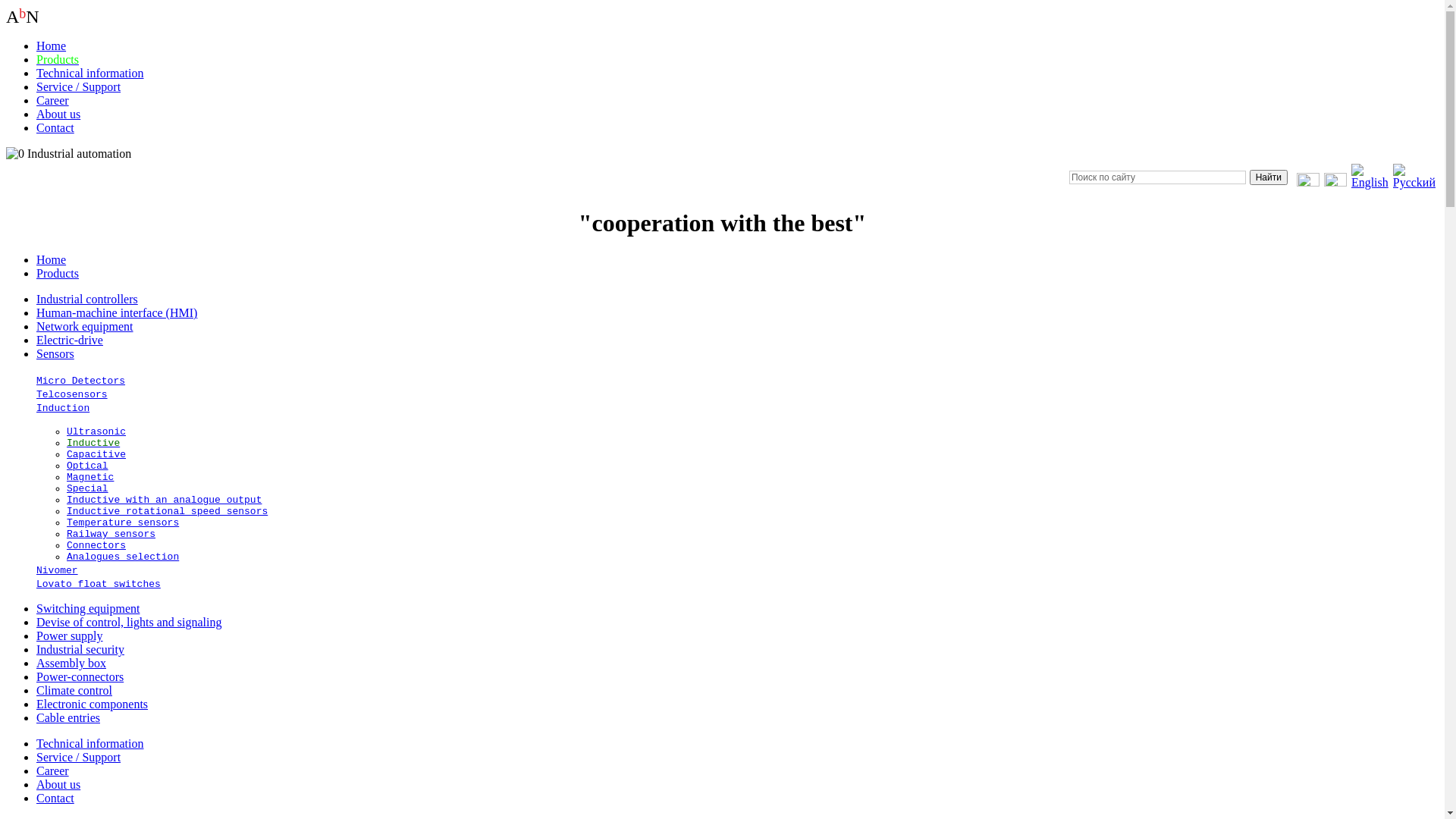 This screenshot has width=1456, height=819. What do you see at coordinates (55, 797) in the screenshot?
I see `'Contact'` at bounding box center [55, 797].